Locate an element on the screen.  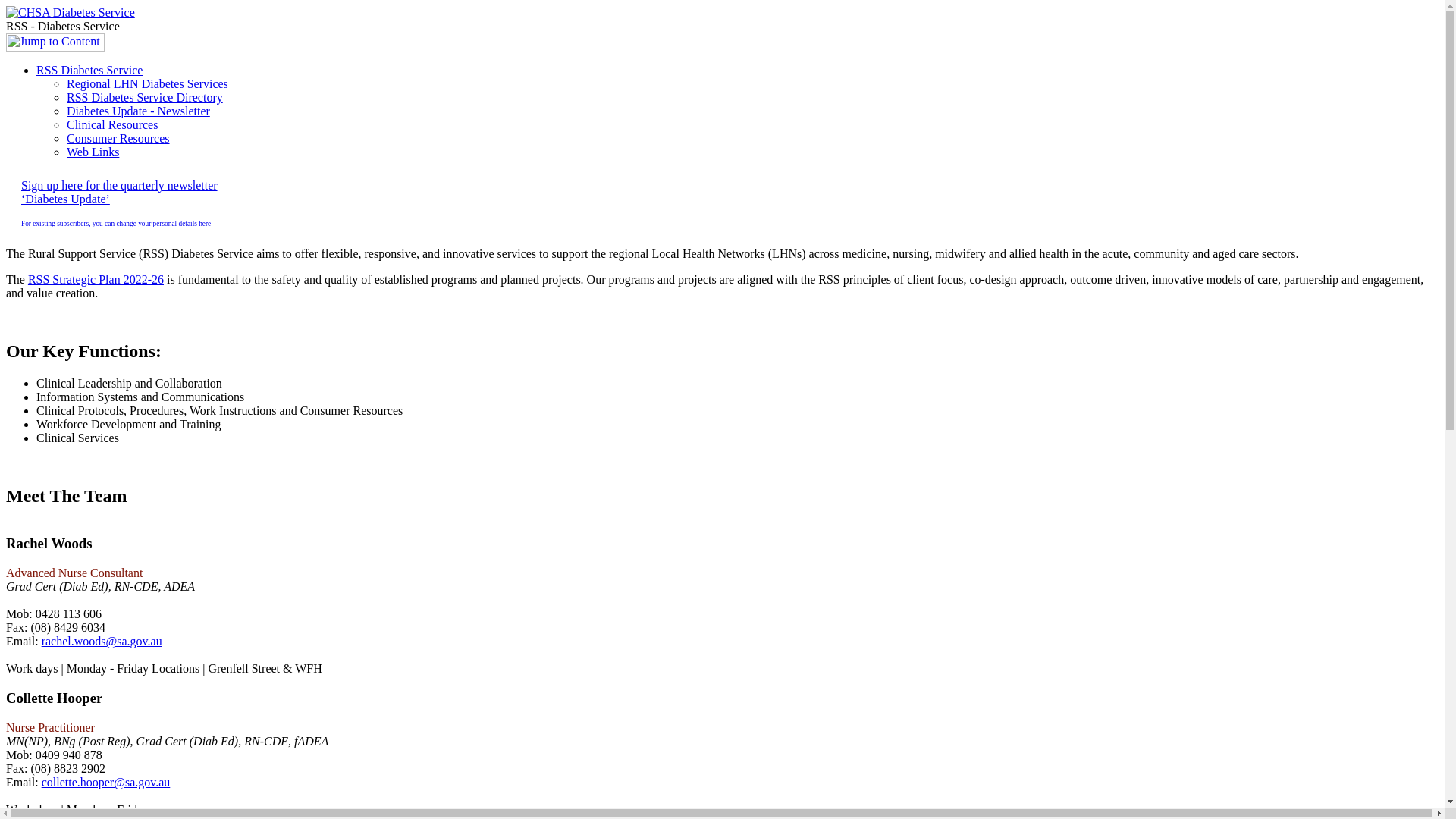
'Consumer Resources' is located at coordinates (118, 138).